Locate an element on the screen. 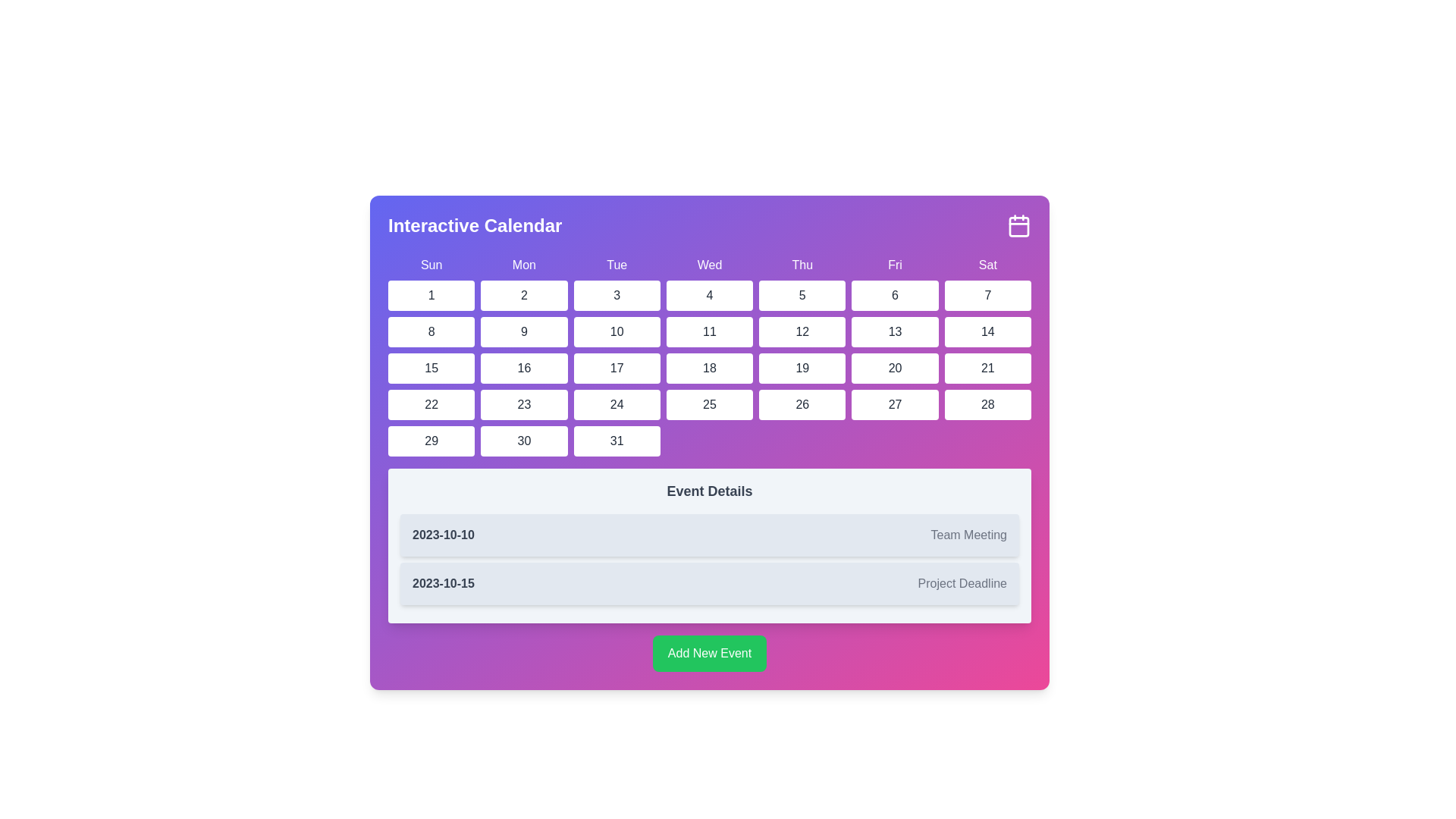  the button representing the date '13' is located at coordinates (895, 331).